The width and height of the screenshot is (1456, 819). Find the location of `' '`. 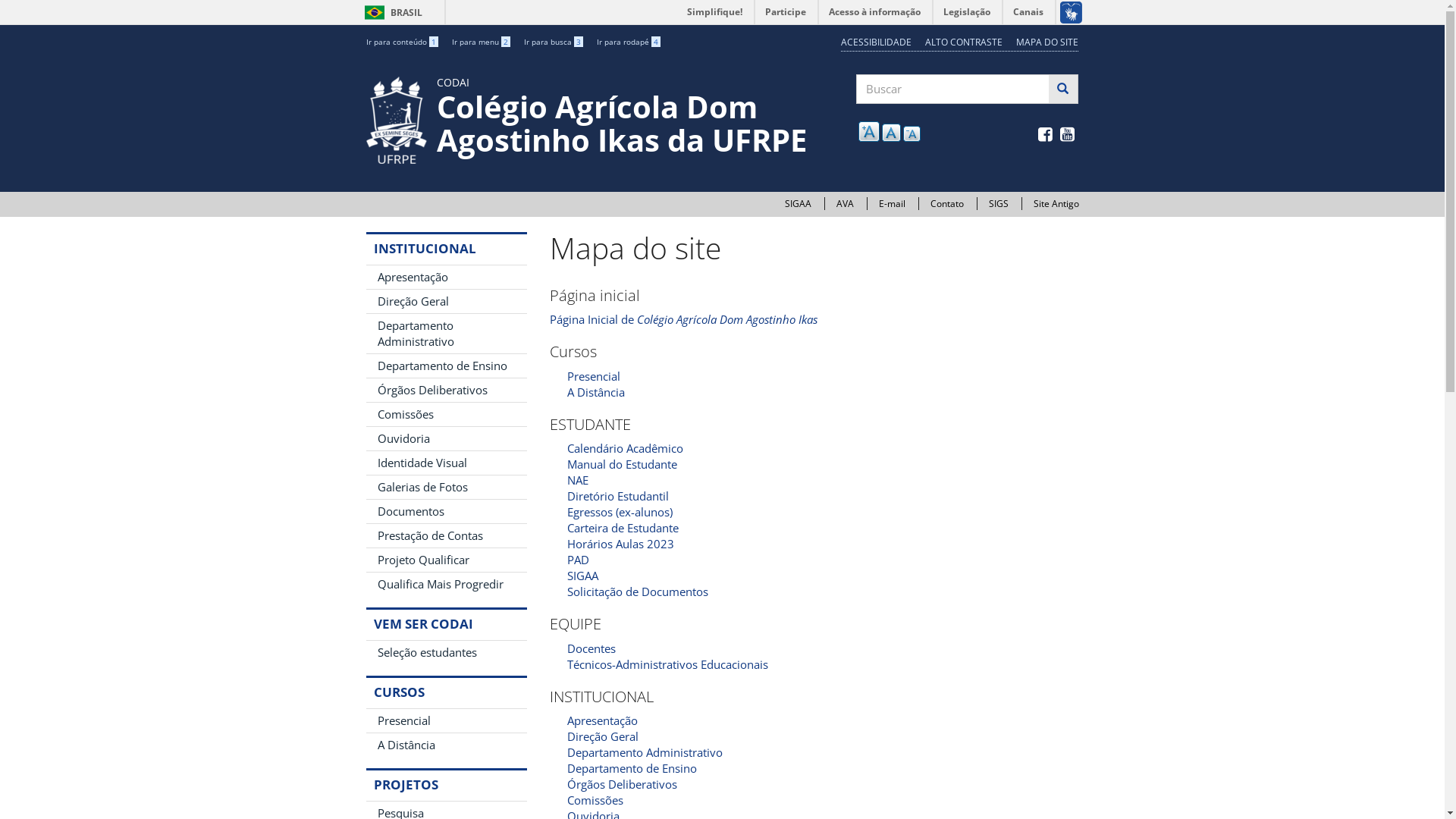

' ' is located at coordinates (1068, 134).